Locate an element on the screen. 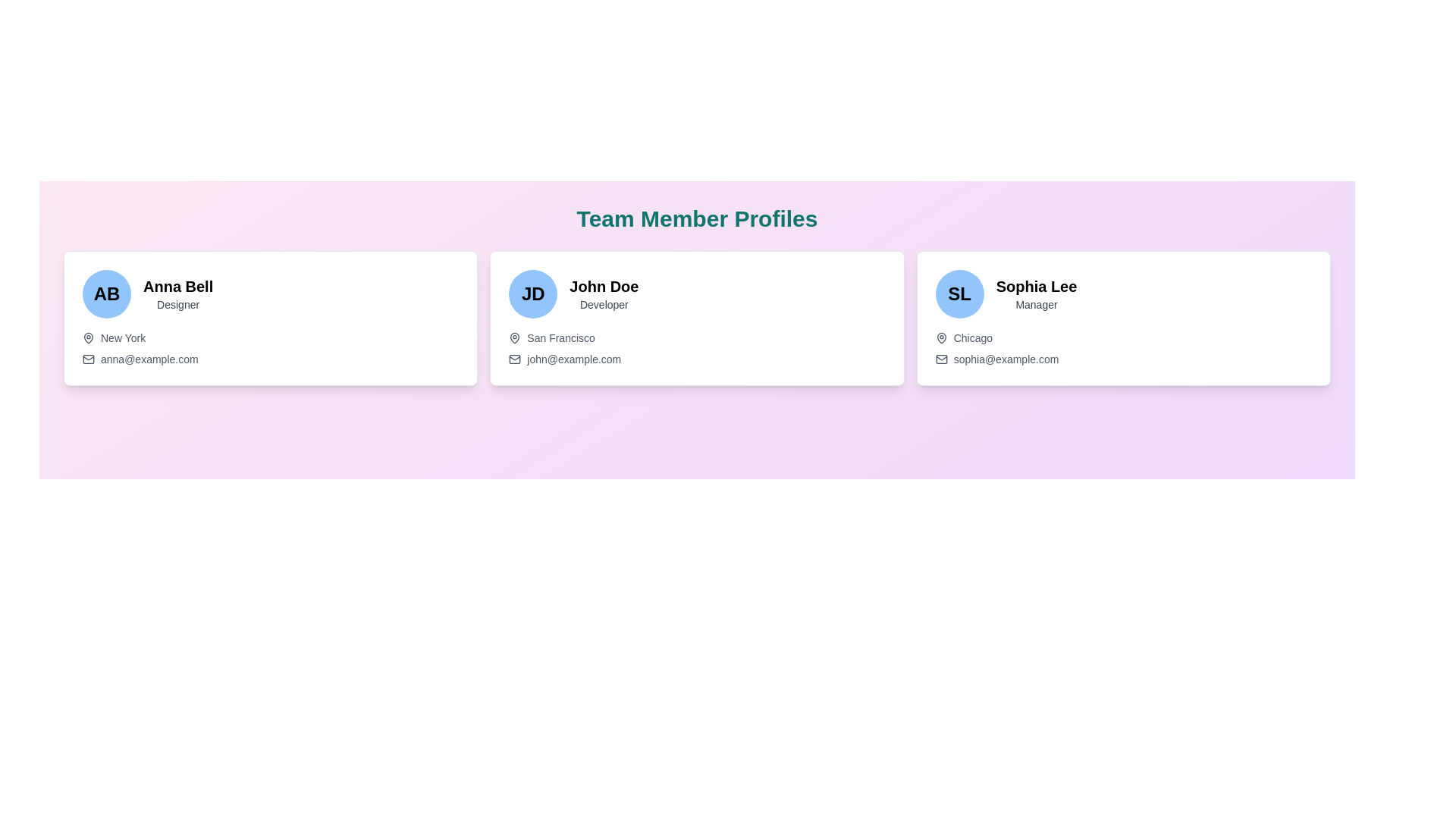 The height and width of the screenshot is (819, 1456). the Text Display element that shows 'Anna Bell' and 'Designer', located in the upper left section of the team profiles card is located at coordinates (178, 294).